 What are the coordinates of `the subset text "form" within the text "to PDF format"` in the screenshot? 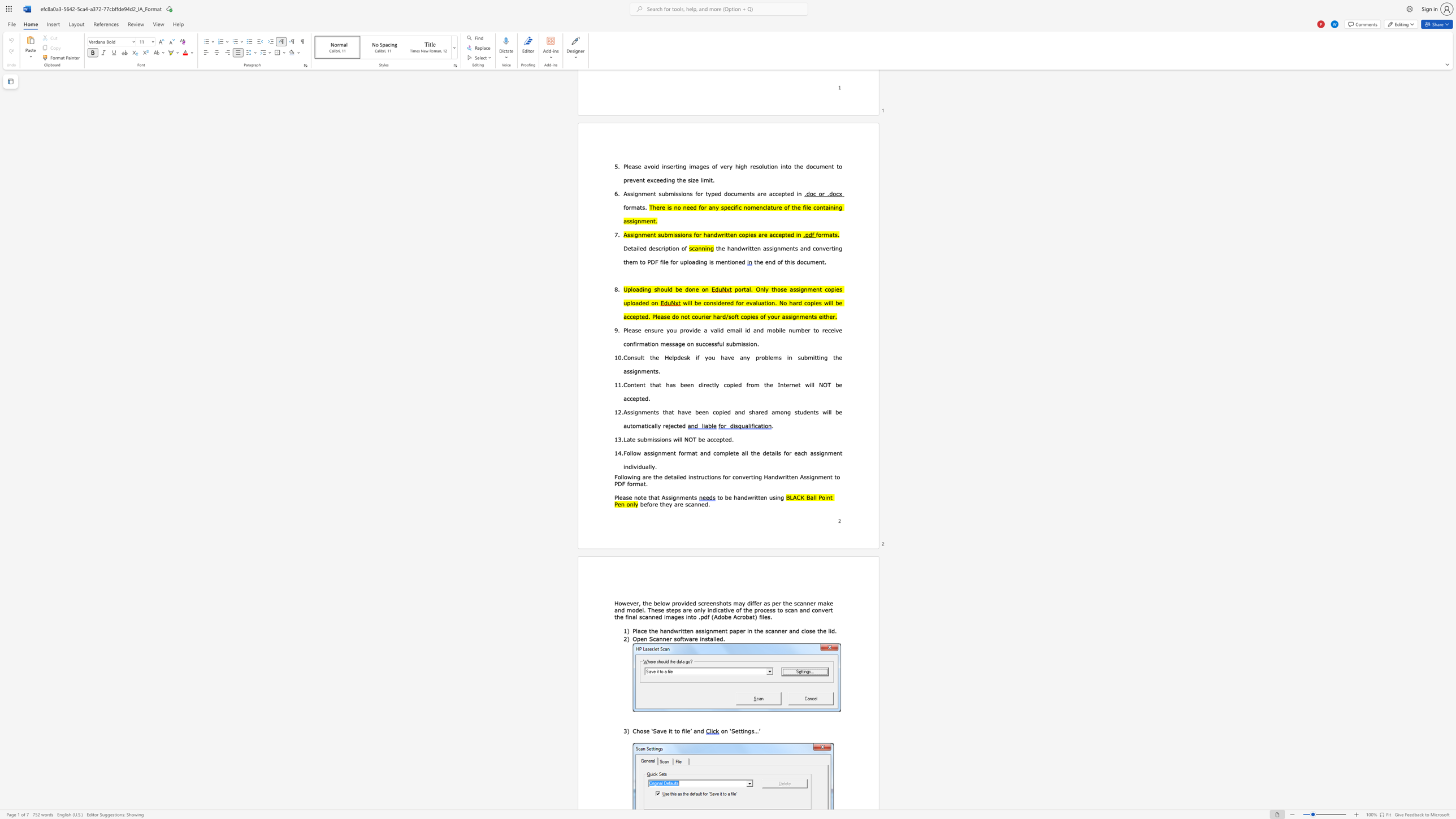 It's located at (627, 483).